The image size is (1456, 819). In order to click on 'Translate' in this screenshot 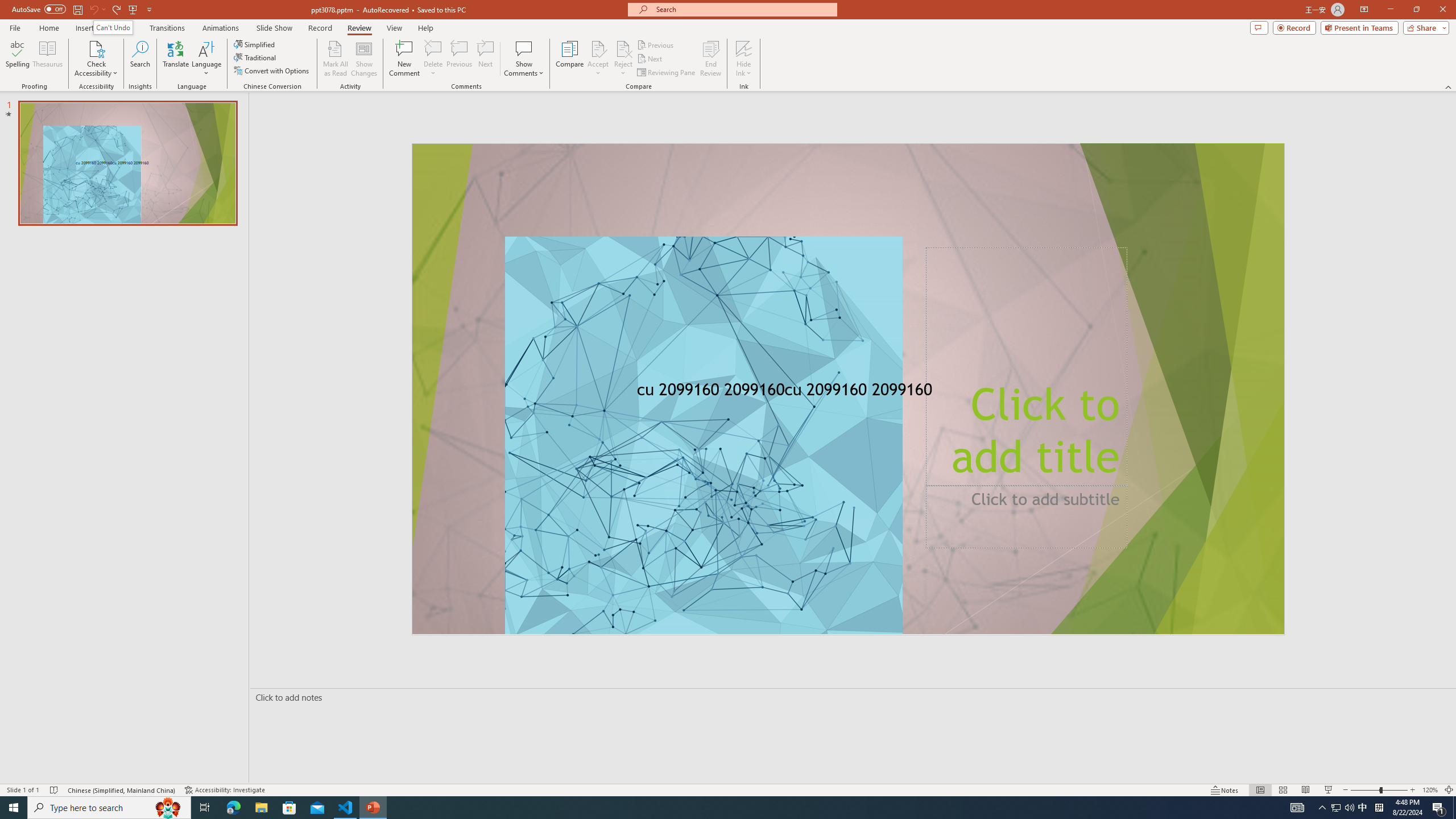, I will do `click(176, 59)`.